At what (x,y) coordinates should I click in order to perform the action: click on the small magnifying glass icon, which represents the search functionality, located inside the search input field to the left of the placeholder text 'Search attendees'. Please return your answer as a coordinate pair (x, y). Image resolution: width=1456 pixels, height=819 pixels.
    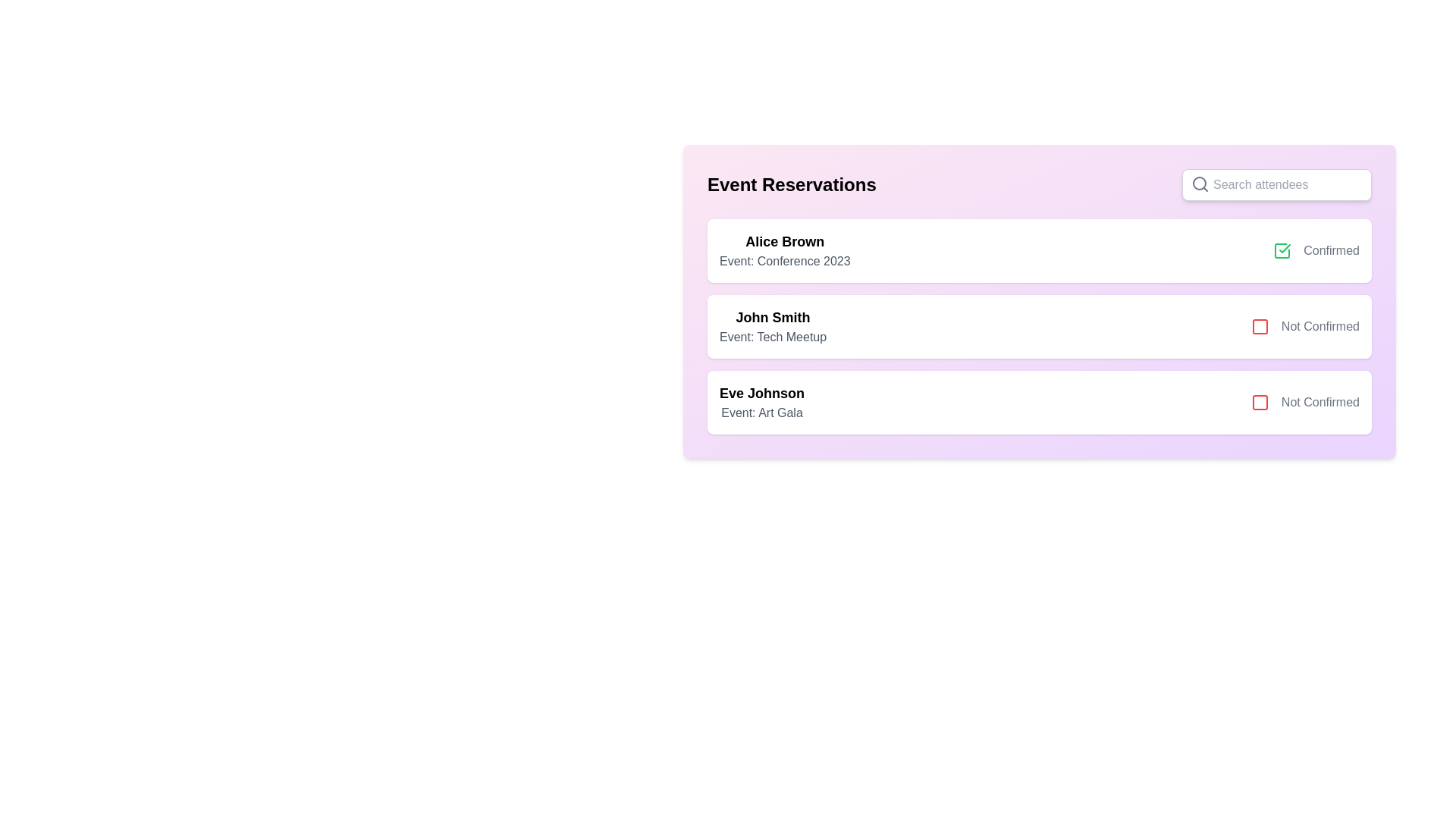
    Looking at the image, I should click on (1200, 184).